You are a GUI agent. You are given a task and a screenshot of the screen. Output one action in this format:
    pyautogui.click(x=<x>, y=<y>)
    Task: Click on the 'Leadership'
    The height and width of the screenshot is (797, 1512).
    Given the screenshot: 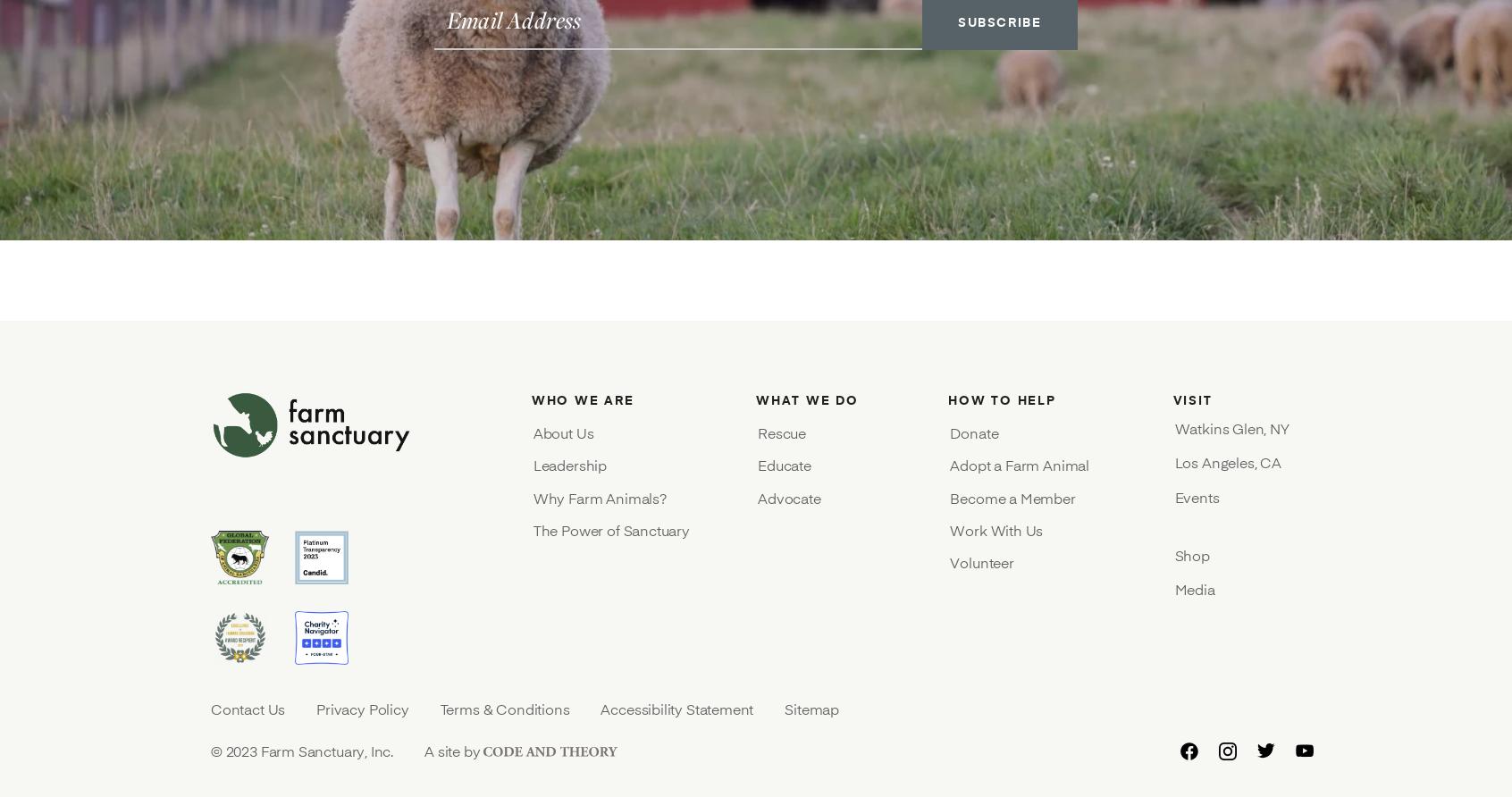 What is the action you would take?
    pyautogui.click(x=569, y=466)
    